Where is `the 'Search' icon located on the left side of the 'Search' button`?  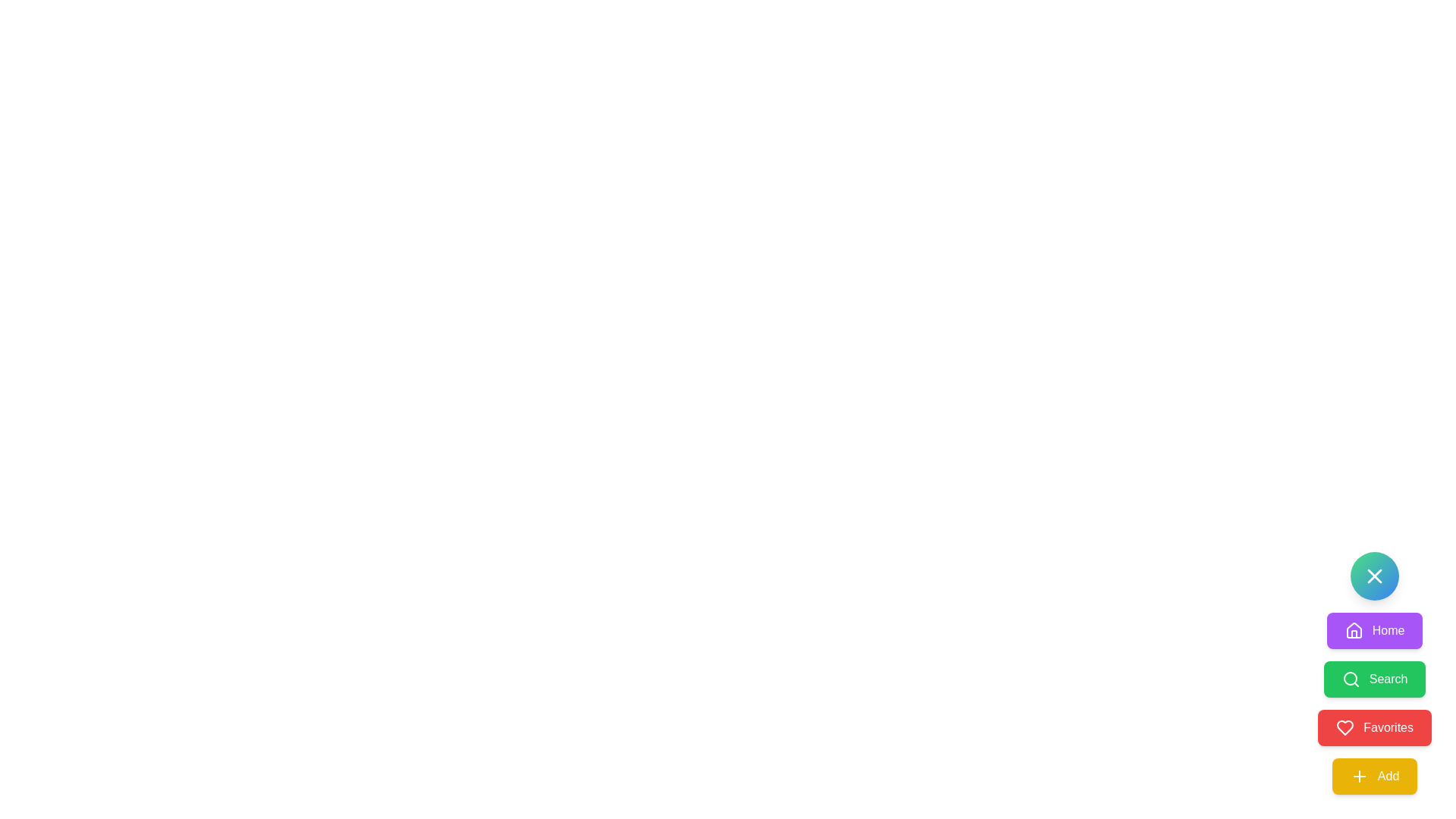 the 'Search' icon located on the left side of the 'Search' button is located at coordinates (1351, 678).